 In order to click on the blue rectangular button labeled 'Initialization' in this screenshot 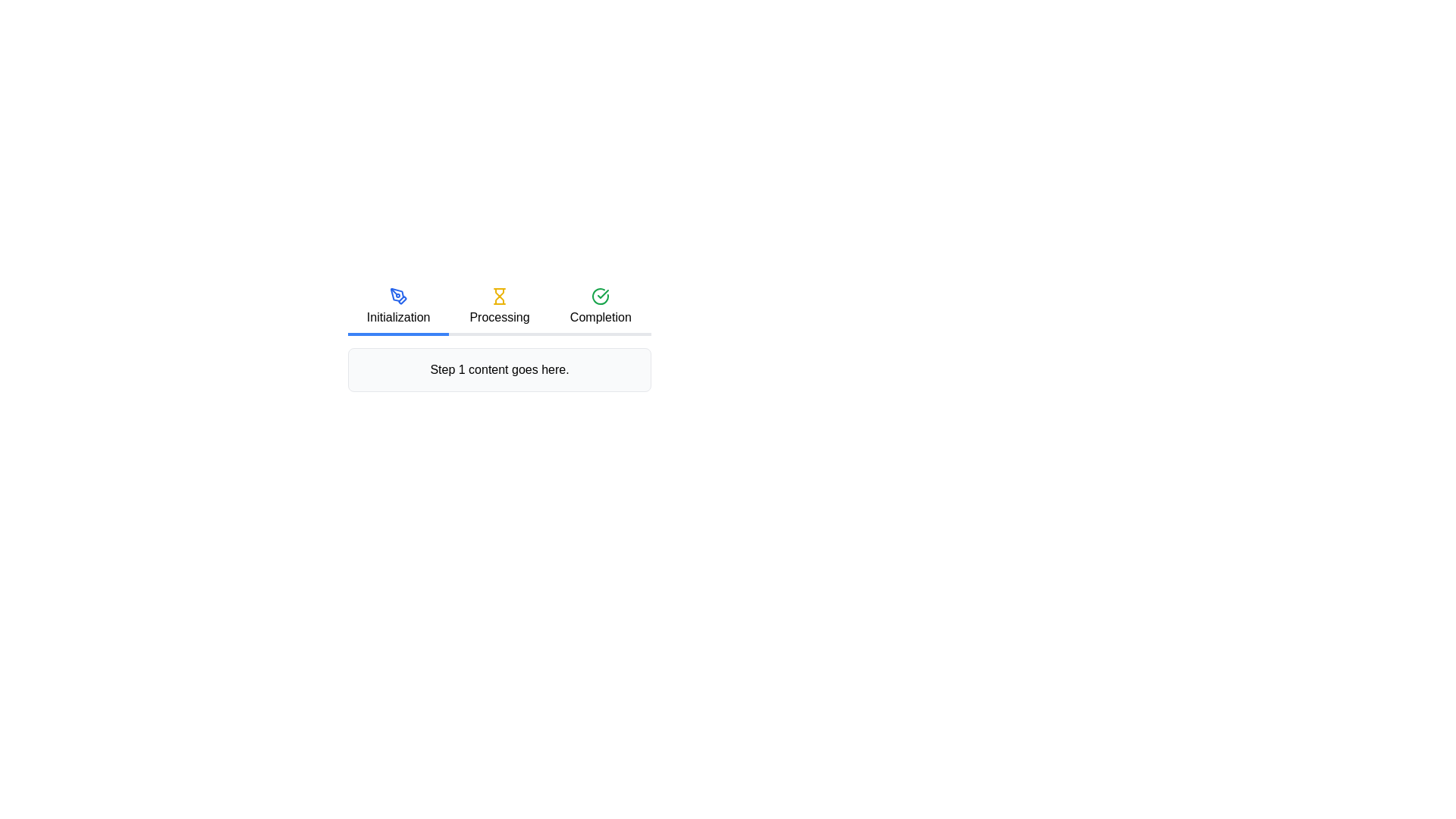, I will do `click(398, 308)`.